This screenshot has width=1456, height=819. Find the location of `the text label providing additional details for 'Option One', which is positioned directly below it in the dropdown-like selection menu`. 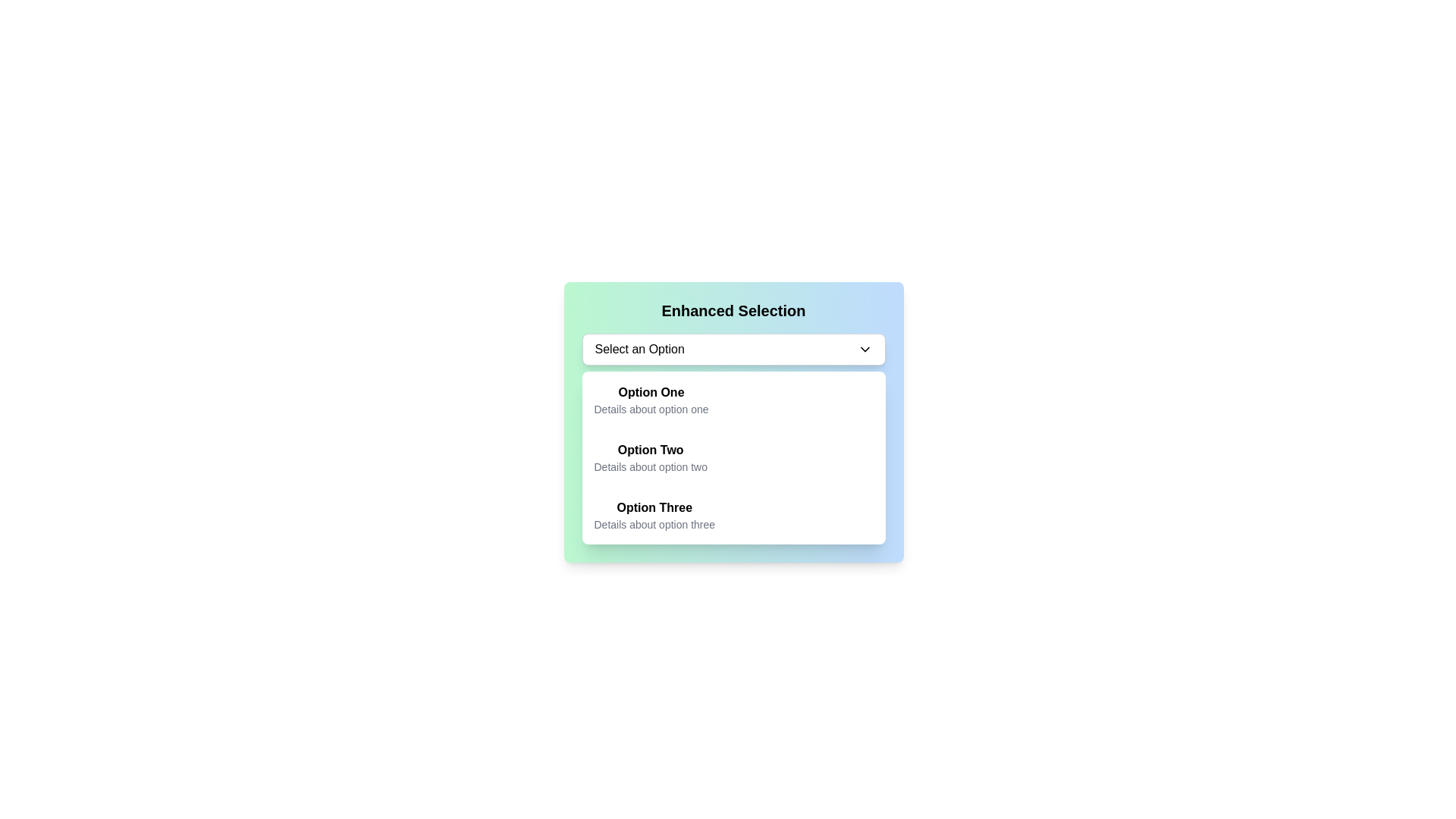

the text label providing additional details for 'Option One', which is positioned directly below it in the dropdown-like selection menu is located at coordinates (651, 409).